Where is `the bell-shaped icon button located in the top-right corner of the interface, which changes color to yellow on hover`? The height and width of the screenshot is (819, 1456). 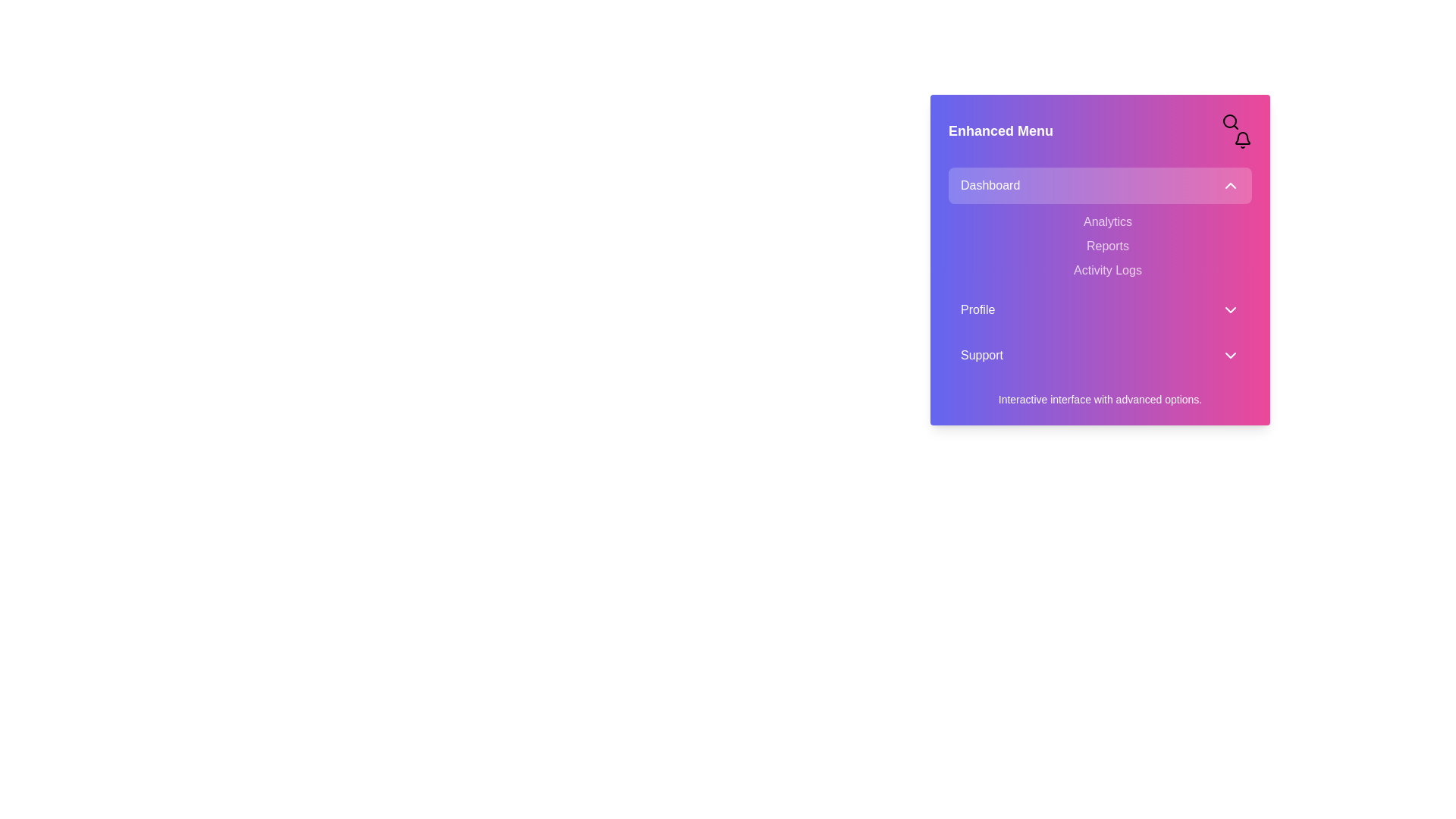 the bell-shaped icon button located in the top-right corner of the interface, which changes color to yellow on hover is located at coordinates (1242, 140).